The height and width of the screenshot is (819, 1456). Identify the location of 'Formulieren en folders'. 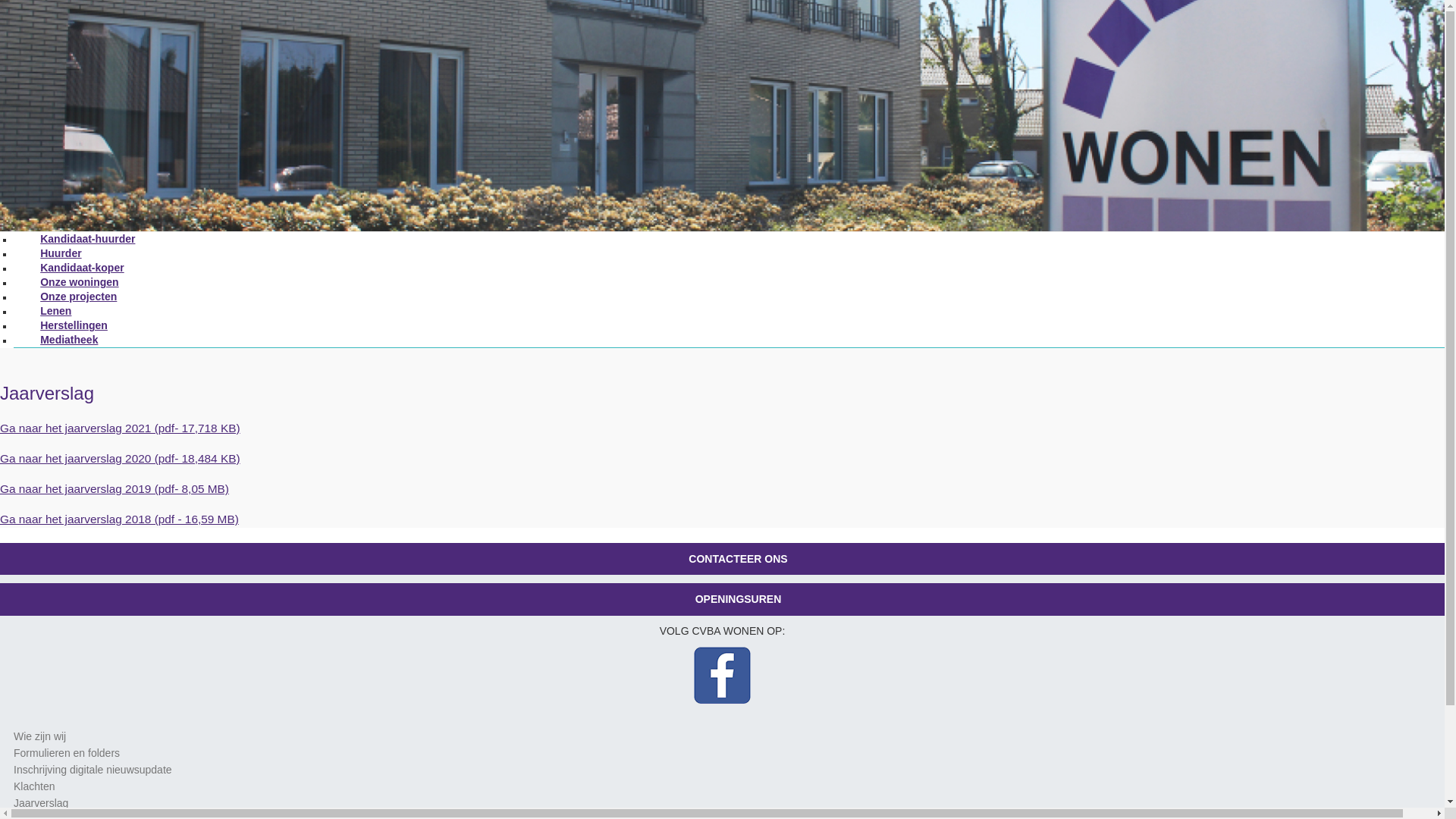
(65, 752).